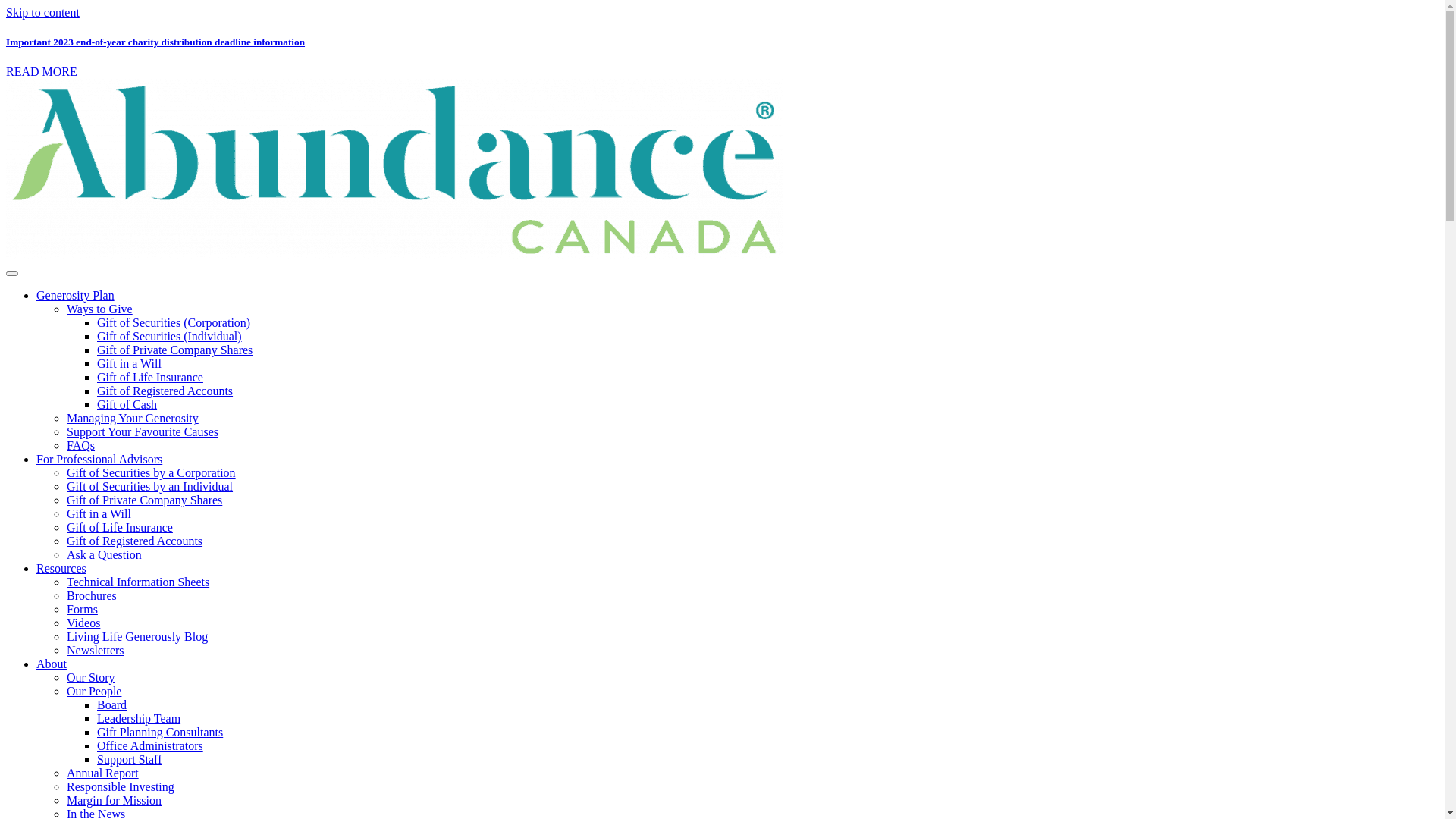 Image resolution: width=1456 pixels, height=819 pixels. Describe the element at coordinates (65, 554) in the screenshot. I see `'Ask a Question'` at that location.